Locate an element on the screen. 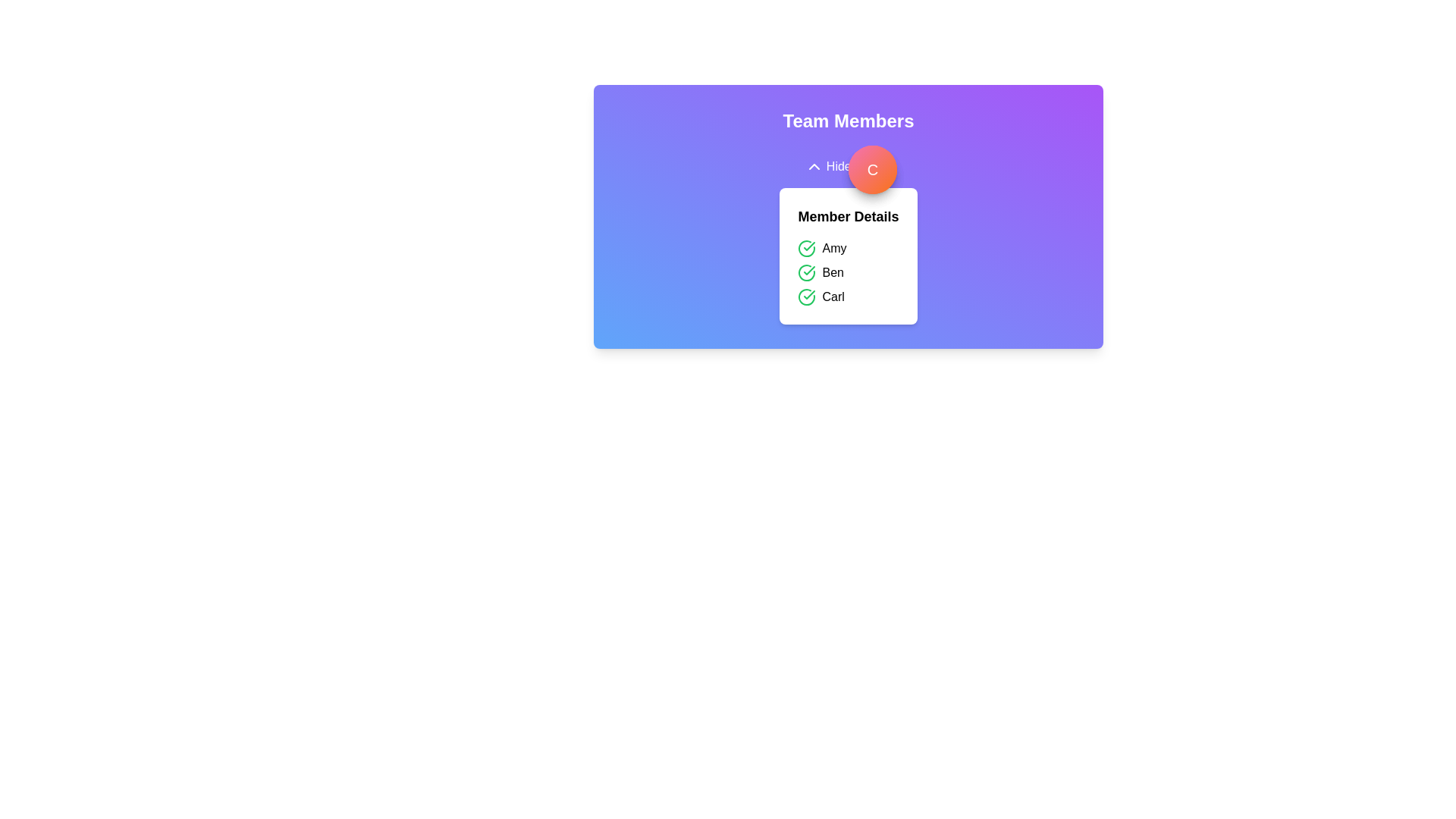 This screenshot has height=819, width=1456. the informational card displaying member details, which is centrally located in the 'Team Members' section with a purple gradient background, beneath the 'Hide Details' button is located at coordinates (847, 234).